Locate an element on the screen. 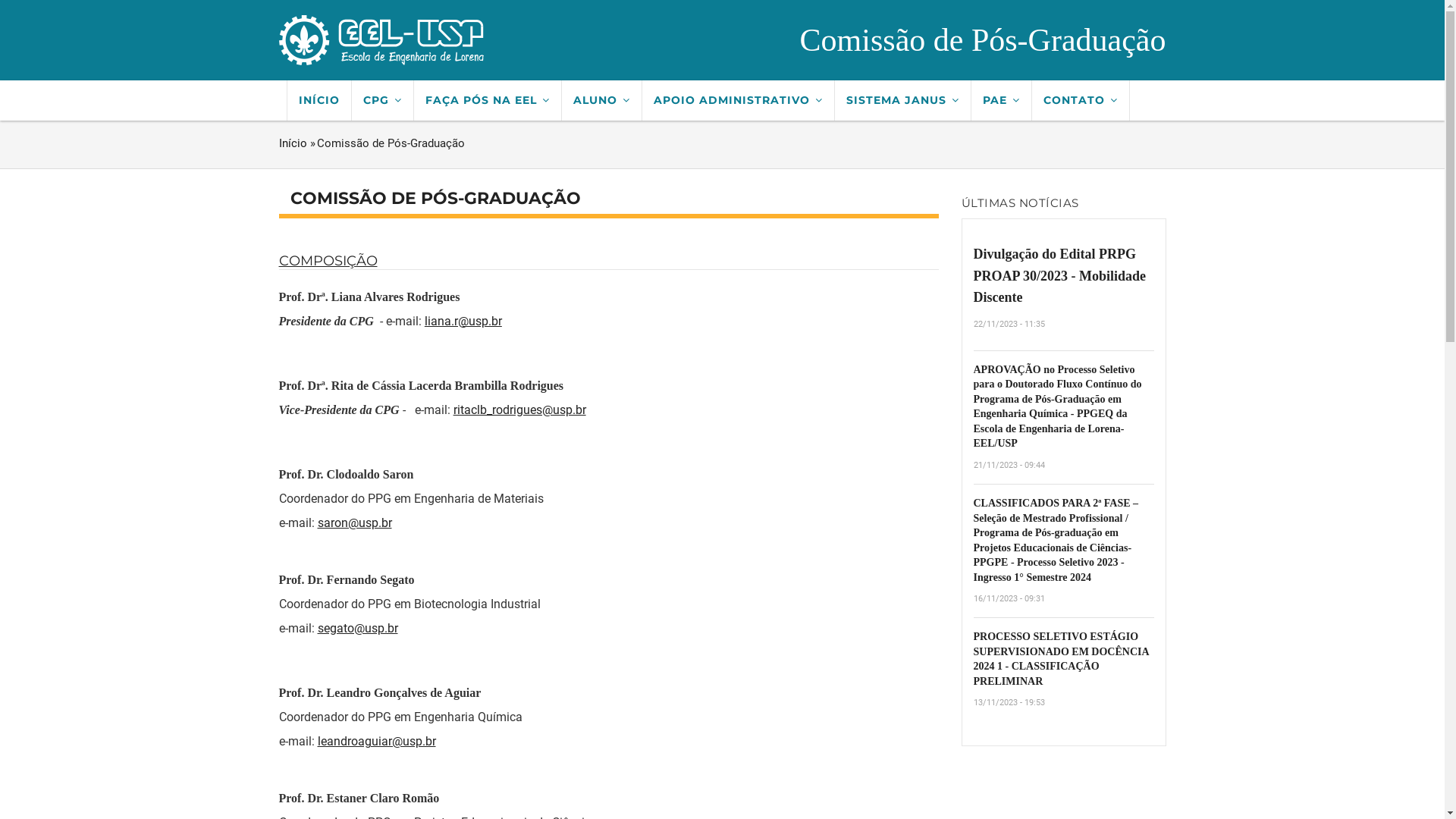 The height and width of the screenshot is (819, 1456). 'liana.r@usp.br' is located at coordinates (425, 320).